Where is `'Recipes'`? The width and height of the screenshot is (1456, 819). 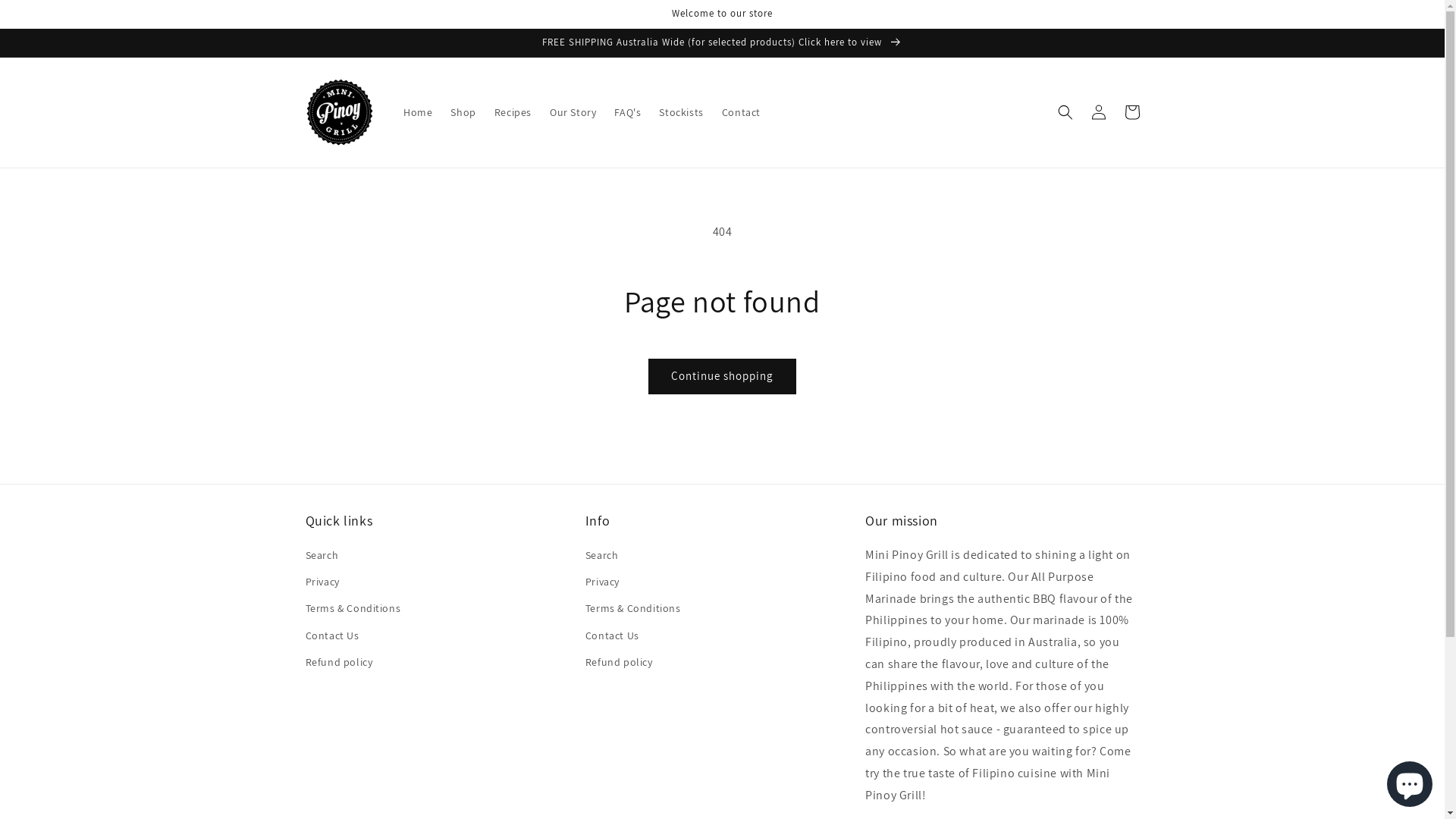 'Recipes' is located at coordinates (484, 111).